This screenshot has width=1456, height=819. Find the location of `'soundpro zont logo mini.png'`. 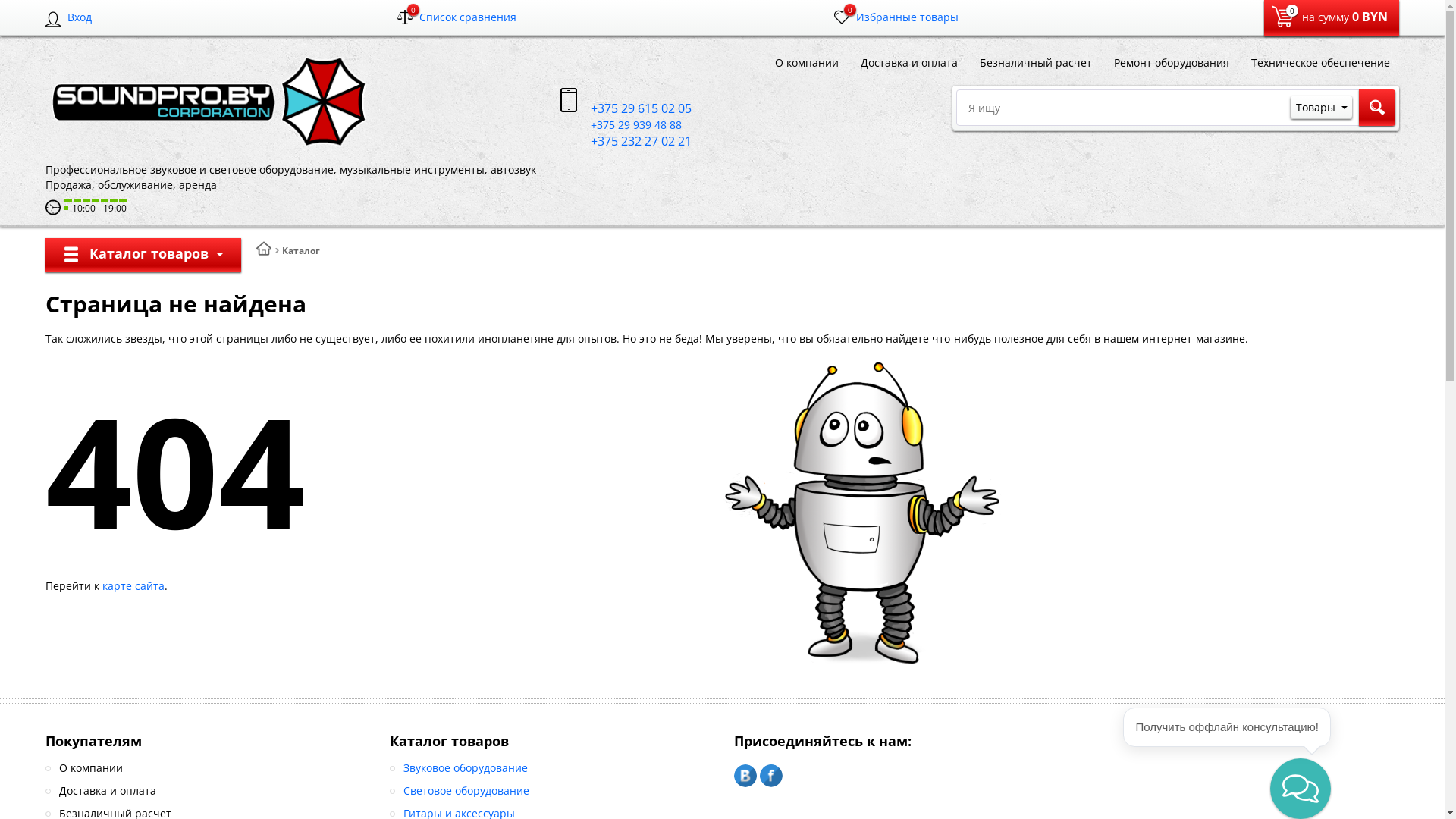

'soundpro zont logo mini.png' is located at coordinates (207, 102).